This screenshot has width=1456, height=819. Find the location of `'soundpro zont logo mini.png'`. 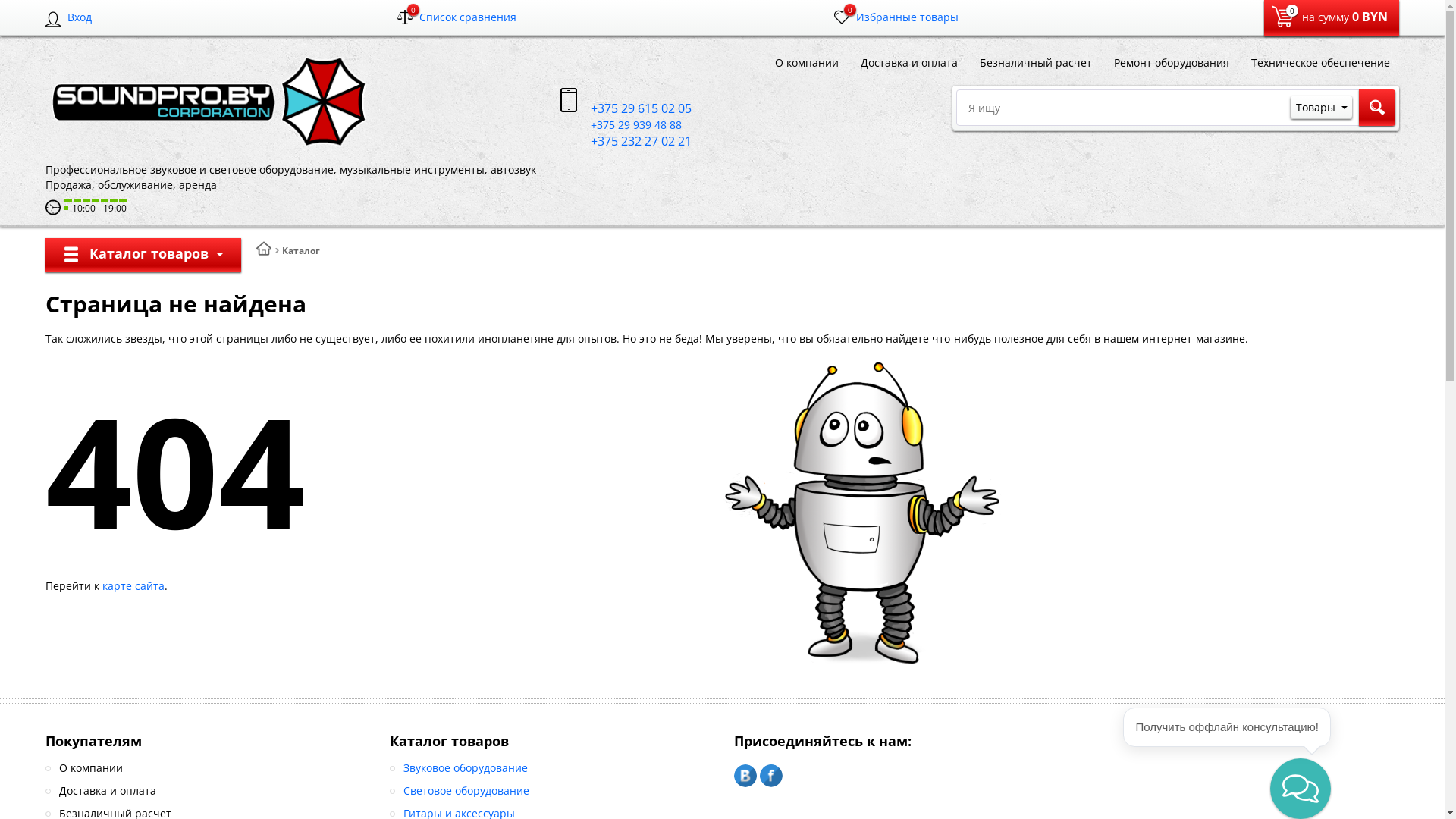

'soundpro zont logo mini.png' is located at coordinates (207, 102).